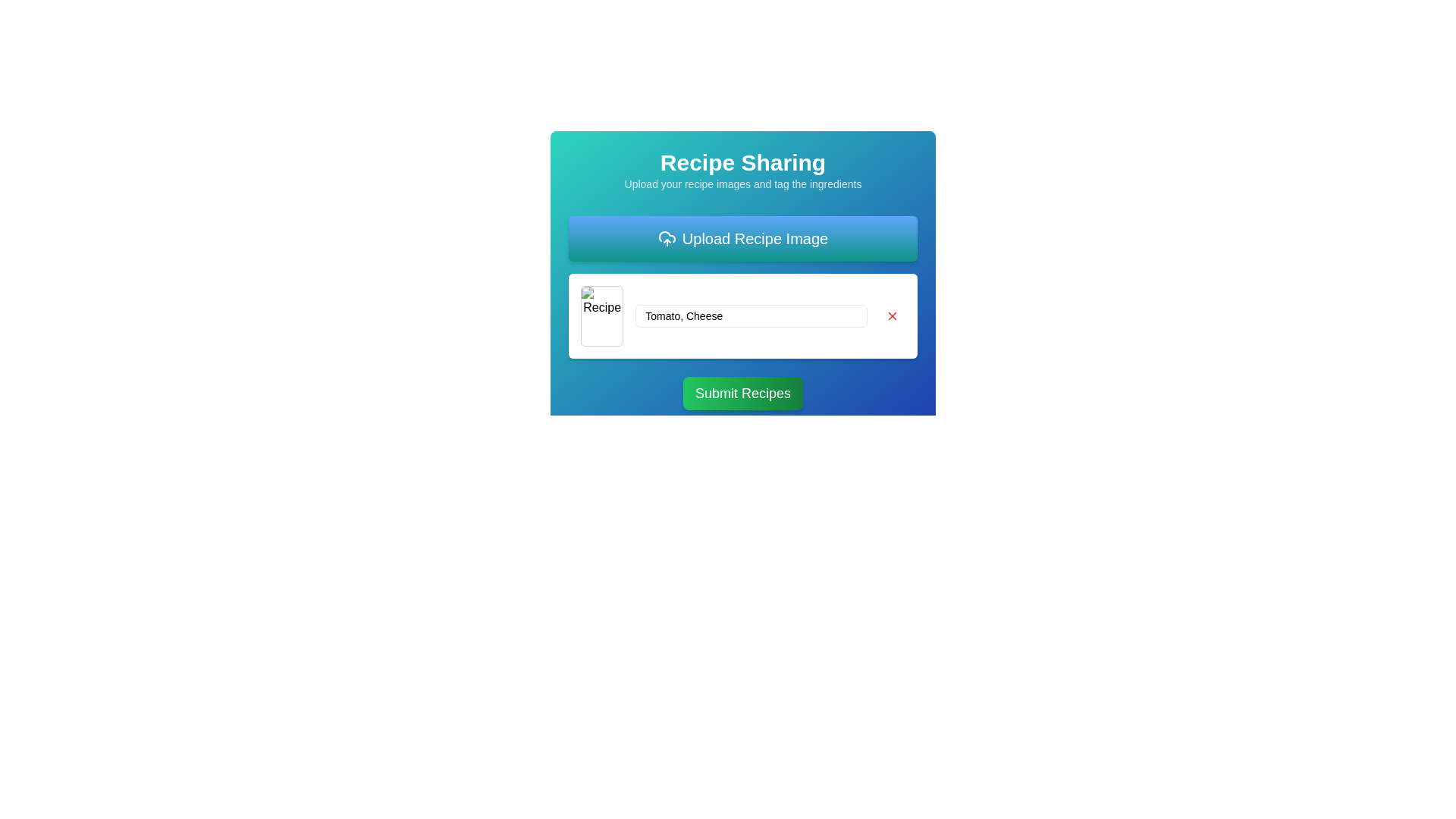 Image resolution: width=1456 pixels, height=819 pixels. What do you see at coordinates (667, 239) in the screenshot?
I see `the SVG icon on the blue gradient button labeled 'Upload Recipe Image'` at bounding box center [667, 239].